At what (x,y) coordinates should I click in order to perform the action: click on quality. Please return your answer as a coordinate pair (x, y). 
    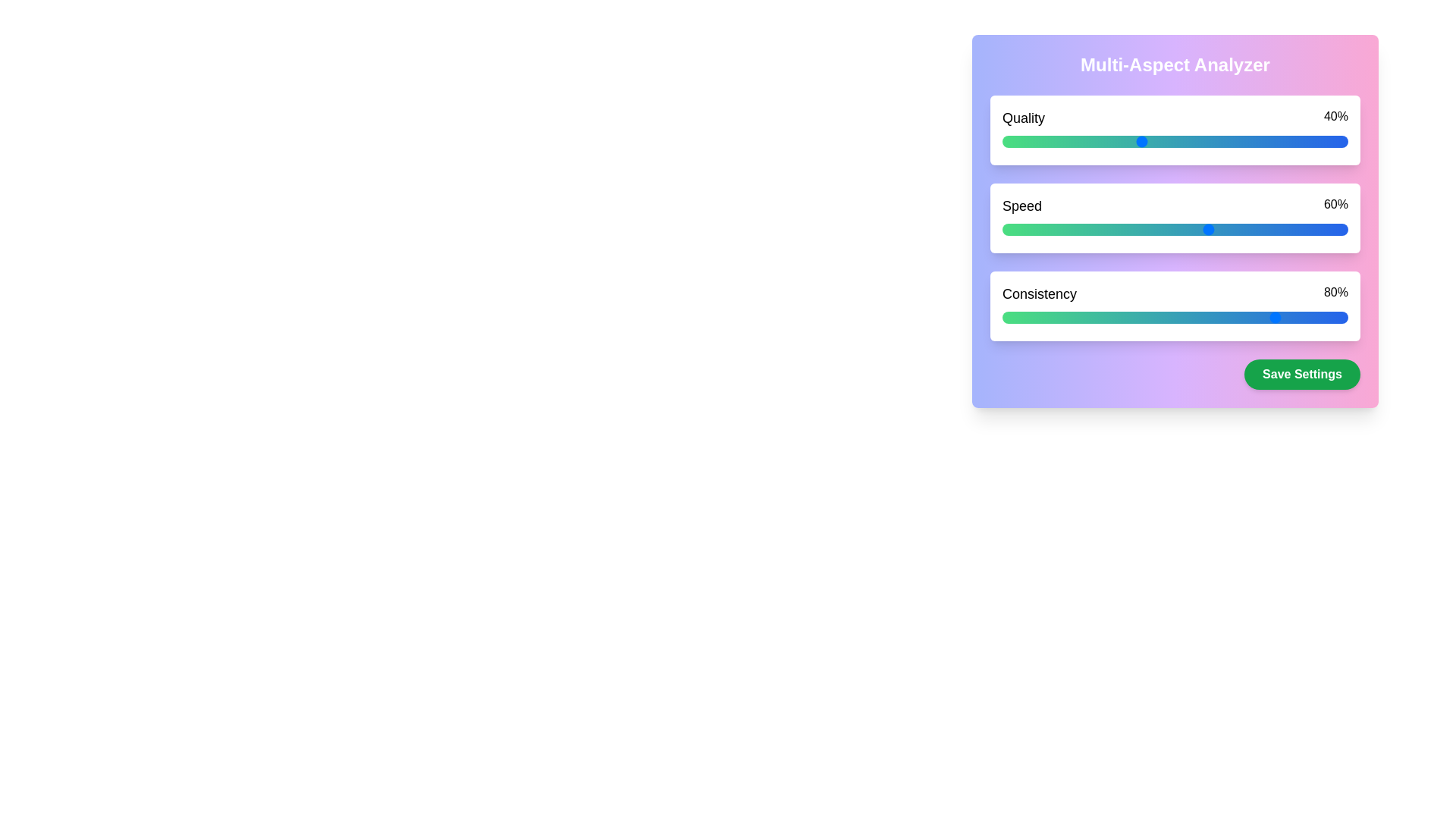
    Looking at the image, I should click on (1220, 141).